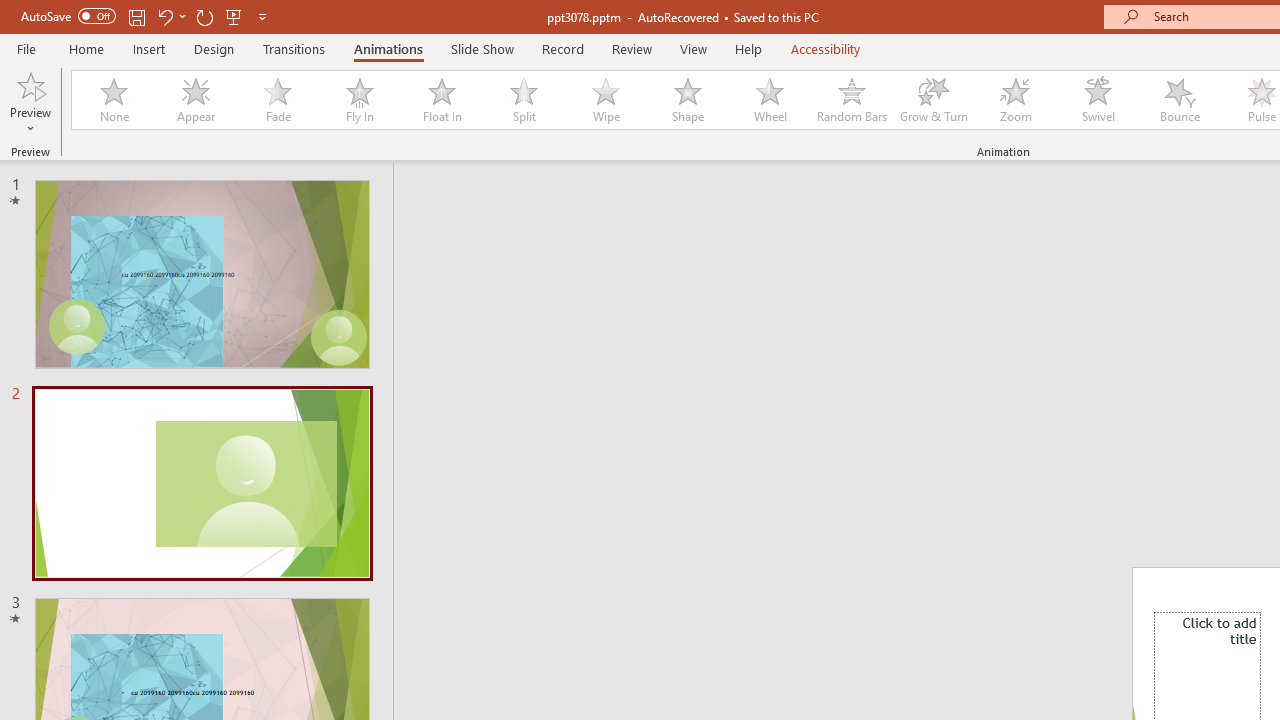 This screenshot has width=1280, height=720. I want to click on 'Random Bars', so click(852, 100).